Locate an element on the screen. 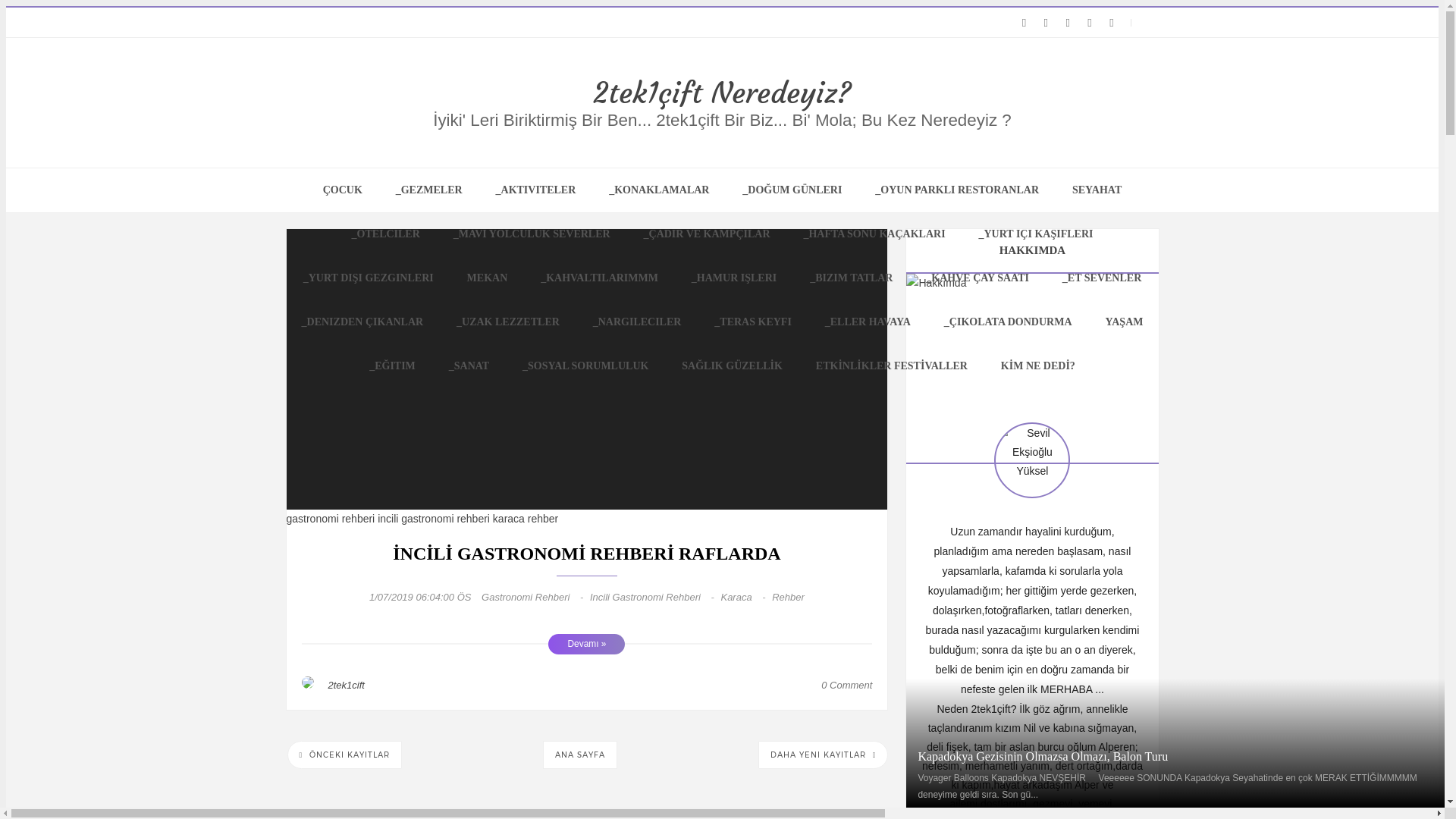 This screenshot has height=819, width=1456. 'Incili Gastronomi Rehberi -' is located at coordinates (655, 596).